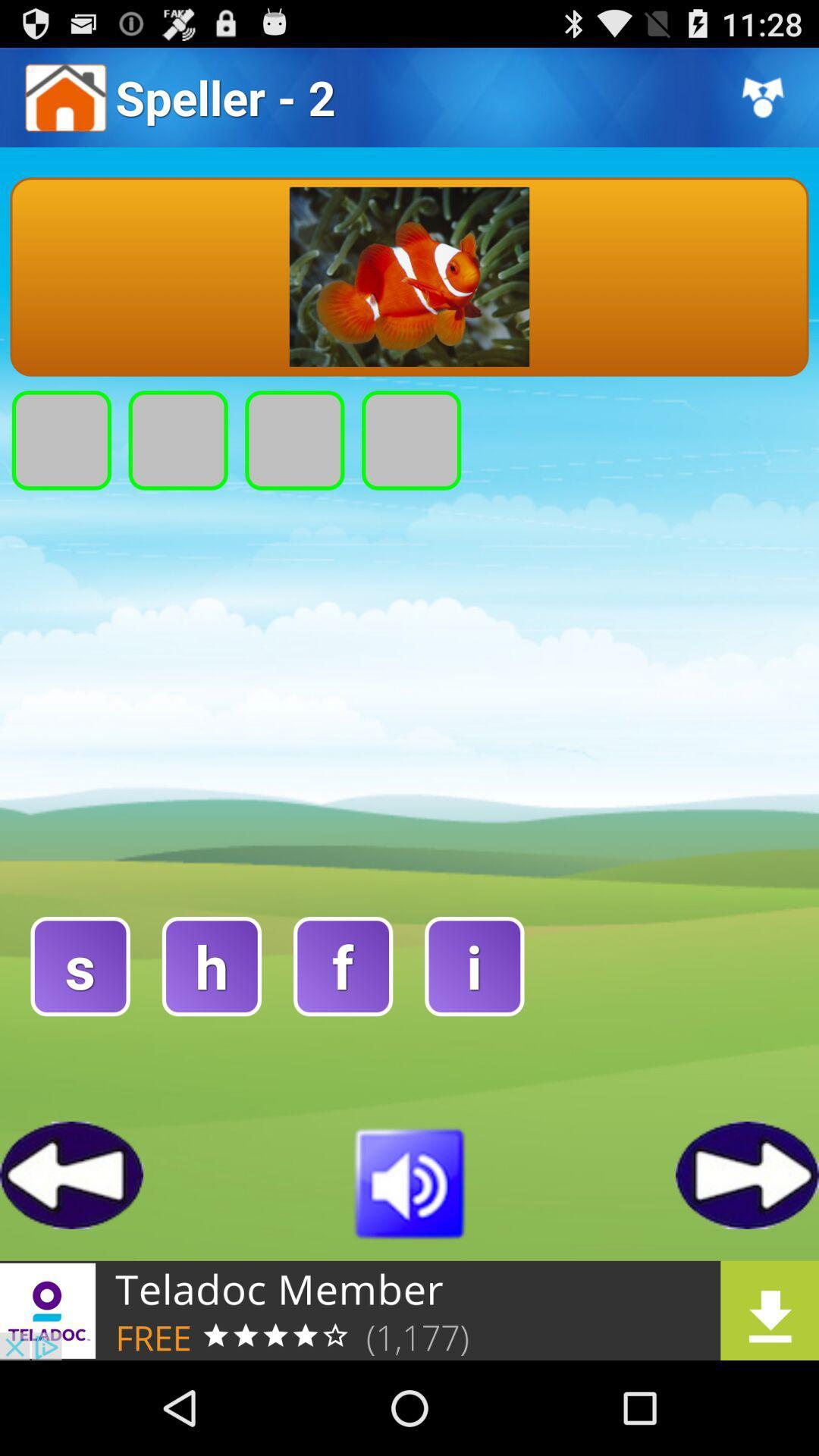 This screenshot has width=819, height=1456. Describe the element at coordinates (409, 1264) in the screenshot. I see `the volume icon` at that location.